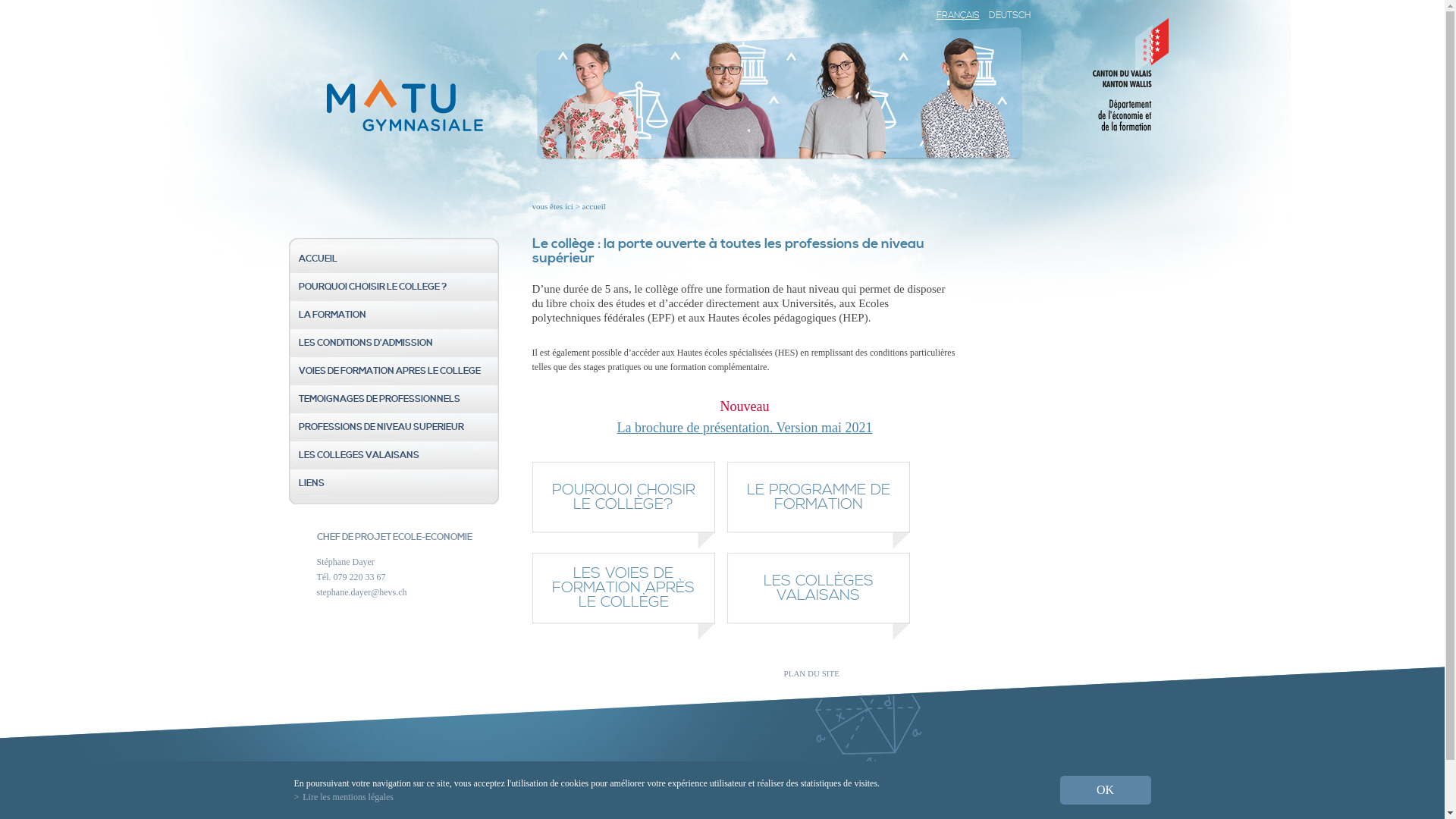  What do you see at coordinates (361, 591) in the screenshot?
I see `'stephane.dayer@hevs.ch'` at bounding box center [361, 591].